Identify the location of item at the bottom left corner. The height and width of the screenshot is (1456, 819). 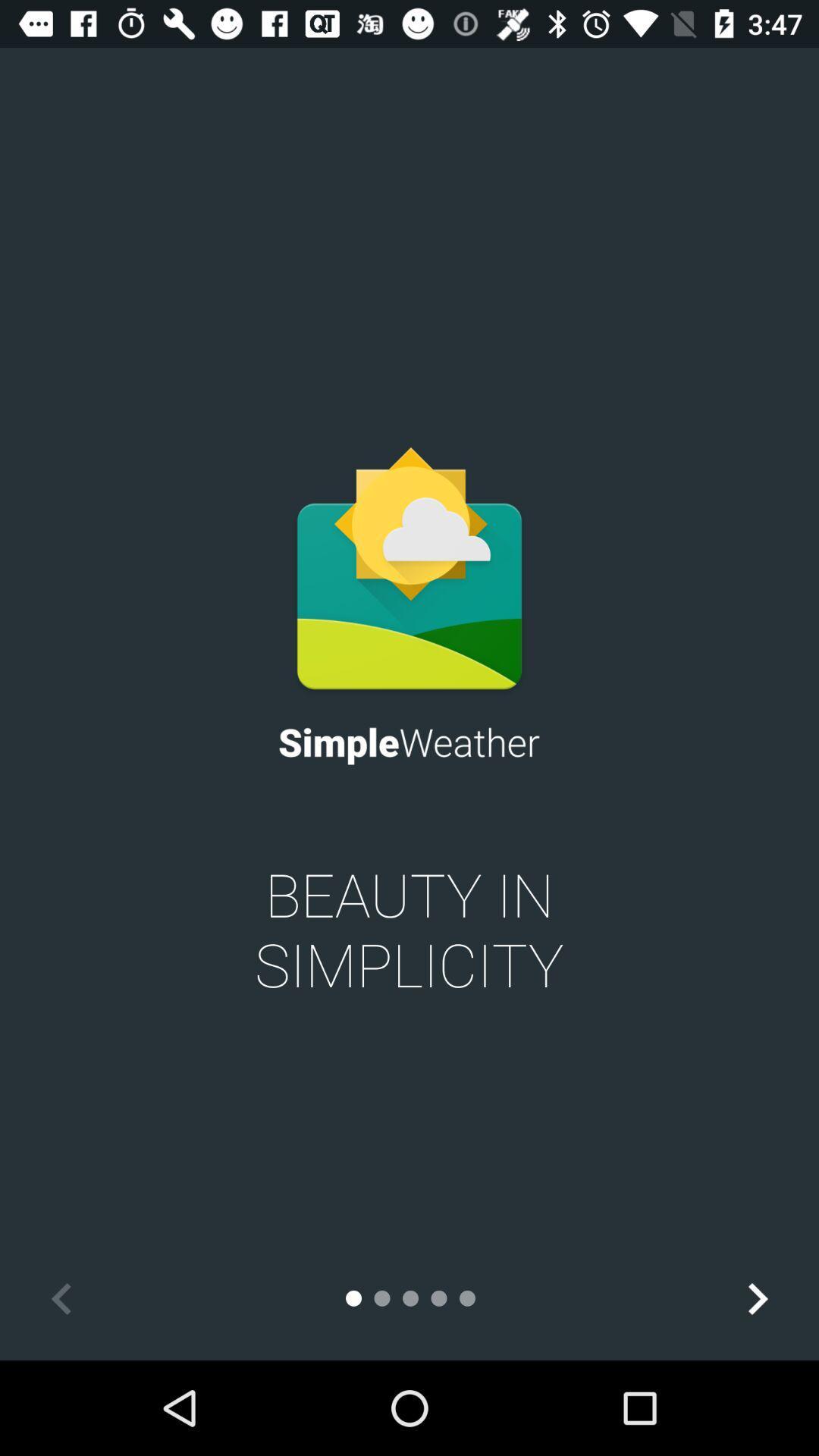
(61, 1298).